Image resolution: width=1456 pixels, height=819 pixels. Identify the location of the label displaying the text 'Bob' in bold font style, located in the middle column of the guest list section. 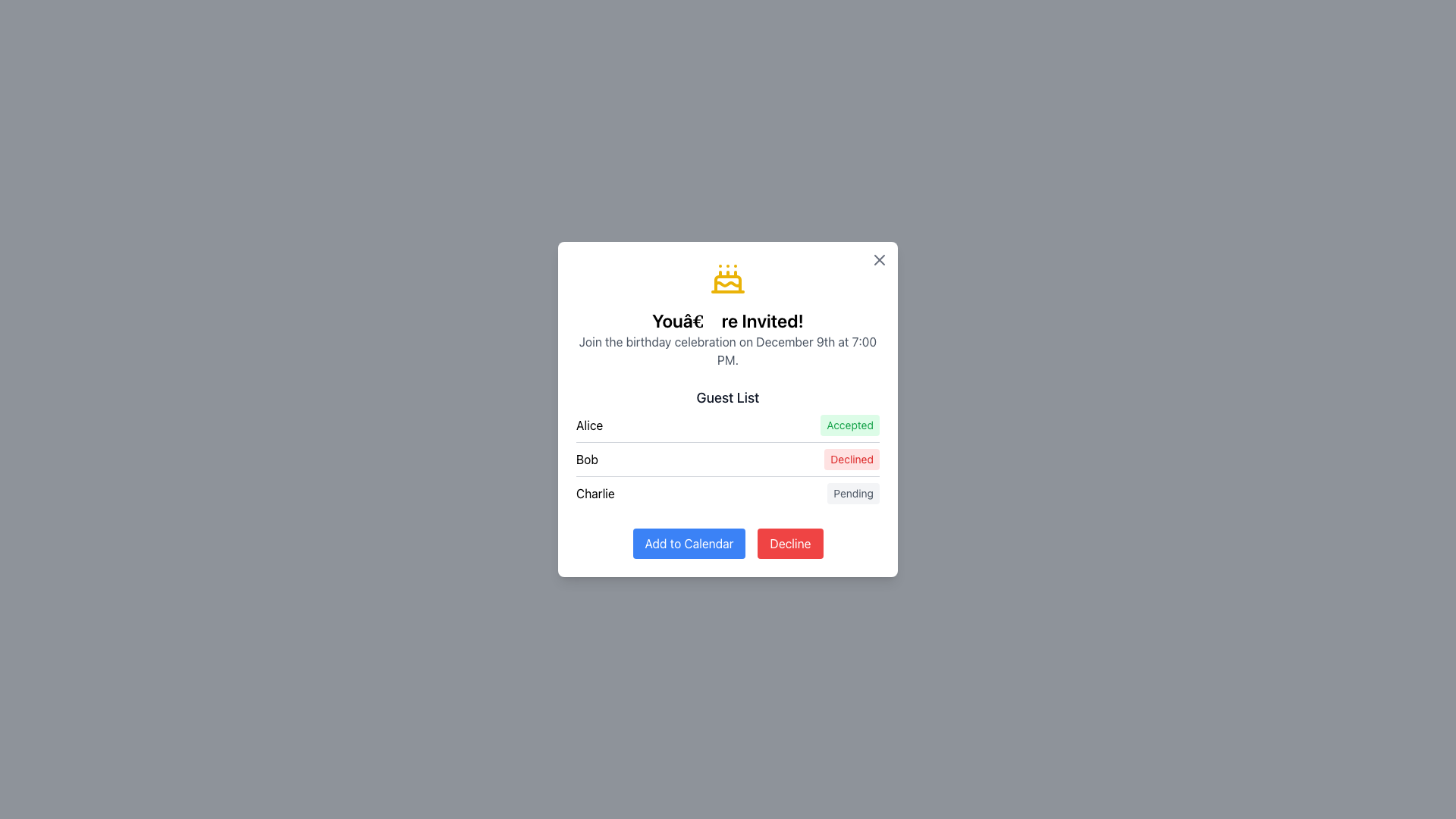
(586, 458).